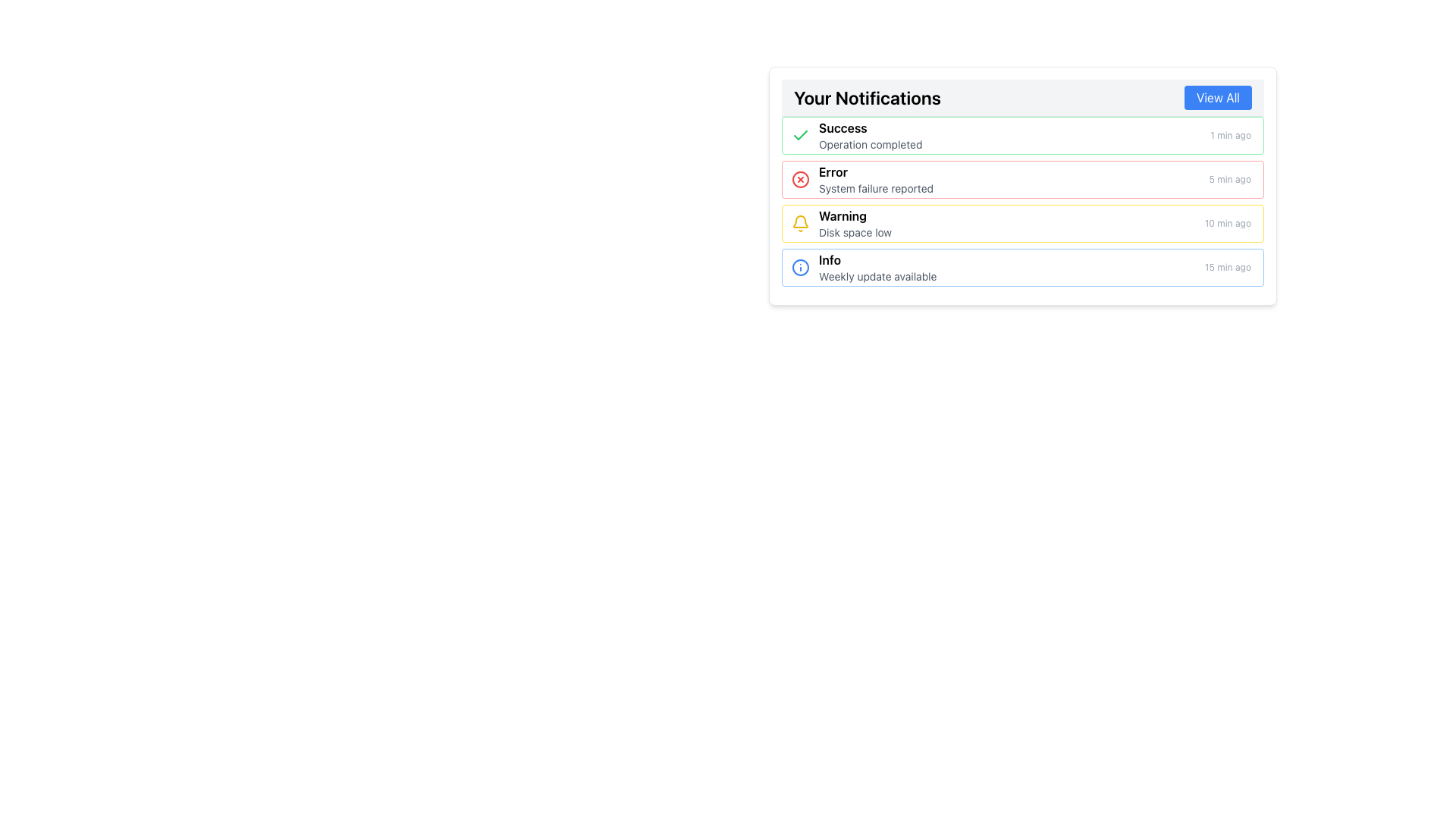  Describe the element at coordinates (1230, 178) in the screenshot. I see `the text label displaying '5 min ago', which is styled in gray and indicates recent time information within an error notification` at that location.